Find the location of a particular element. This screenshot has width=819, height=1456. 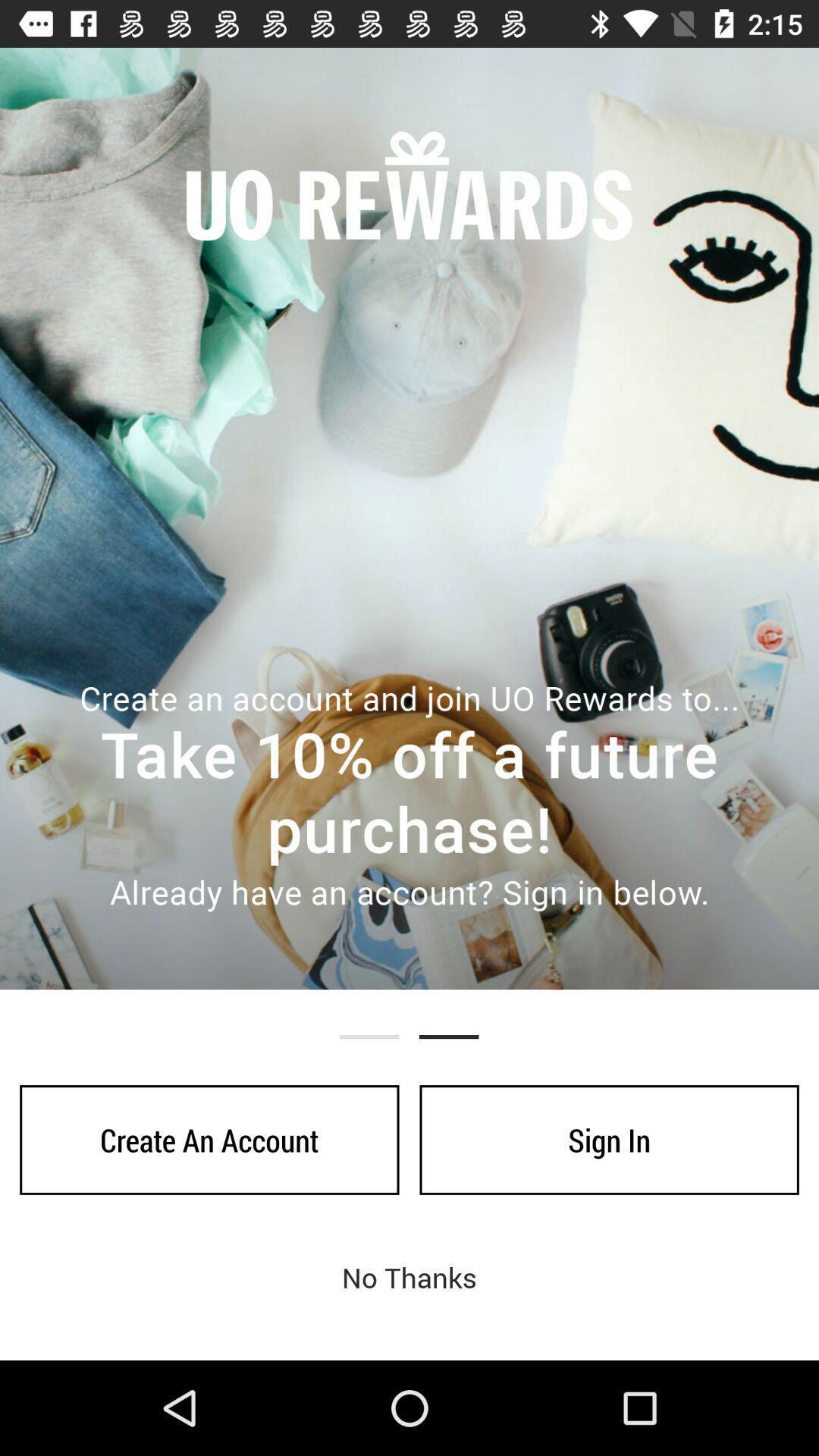

item above the no thanks item is located at coordinates (608, 1140).